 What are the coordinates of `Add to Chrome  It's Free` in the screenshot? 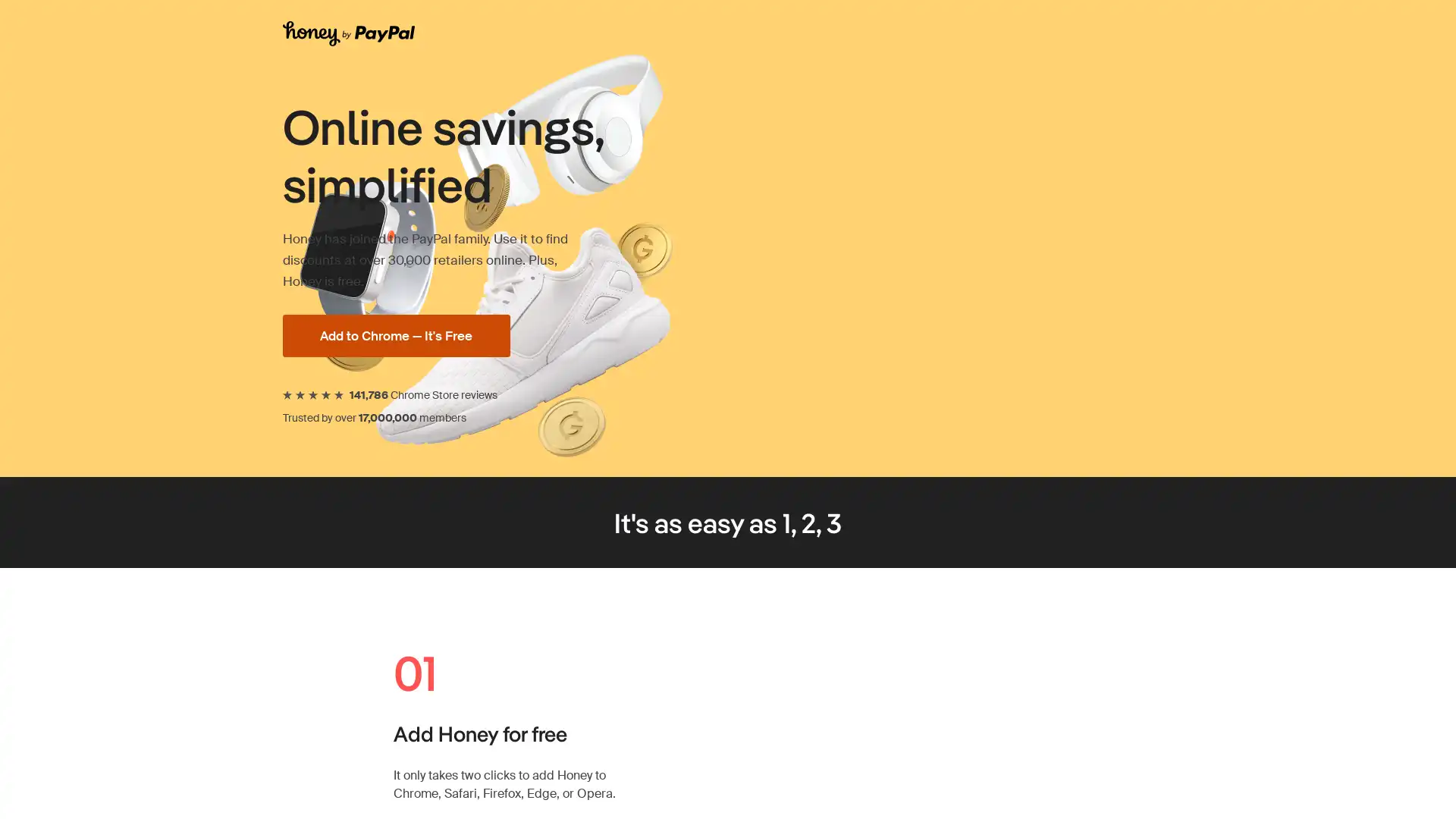 It's located at (451, 335).